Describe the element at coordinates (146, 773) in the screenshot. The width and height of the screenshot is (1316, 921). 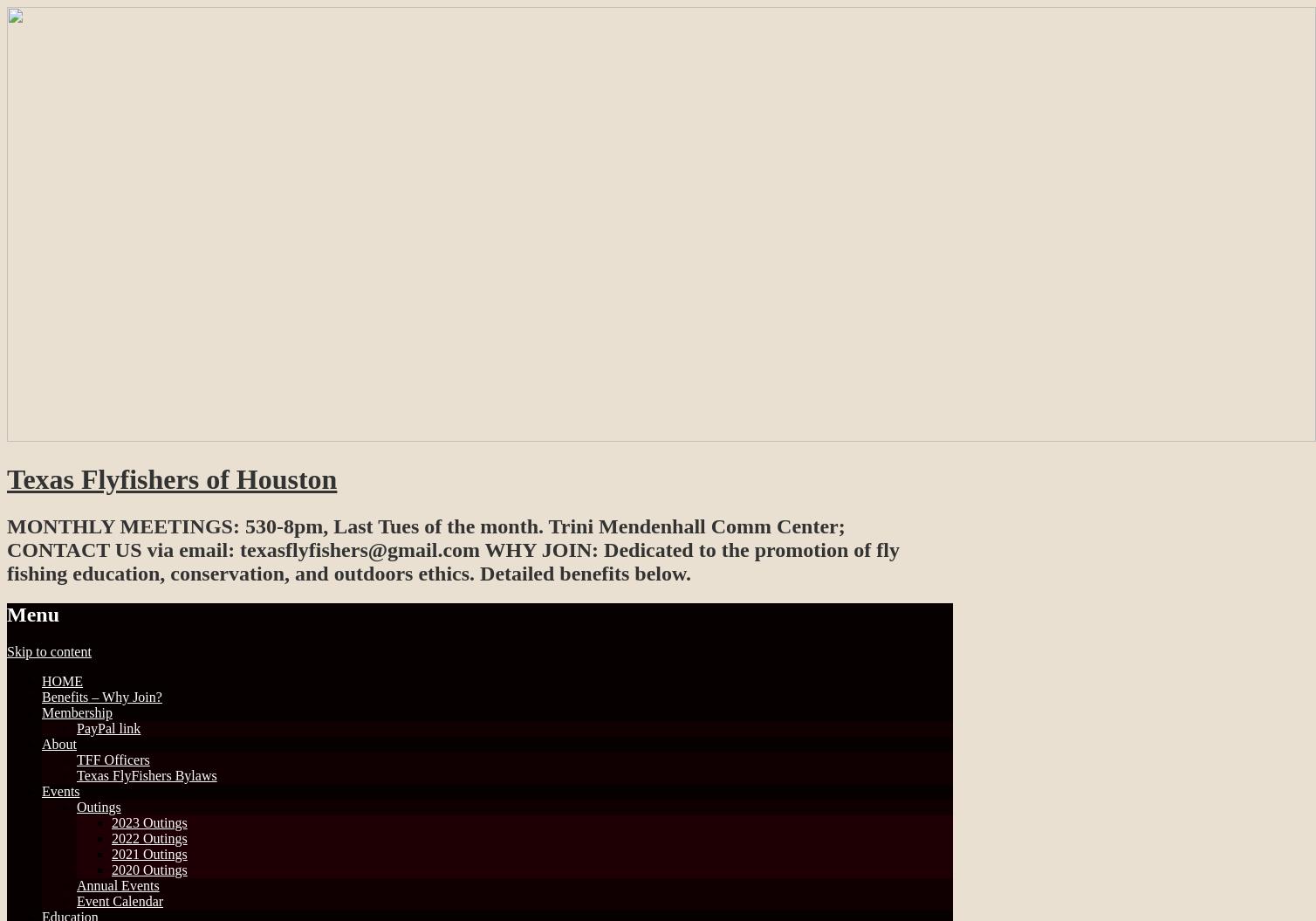
I see `'Texas FlyFishers Bylaws'` at that location.